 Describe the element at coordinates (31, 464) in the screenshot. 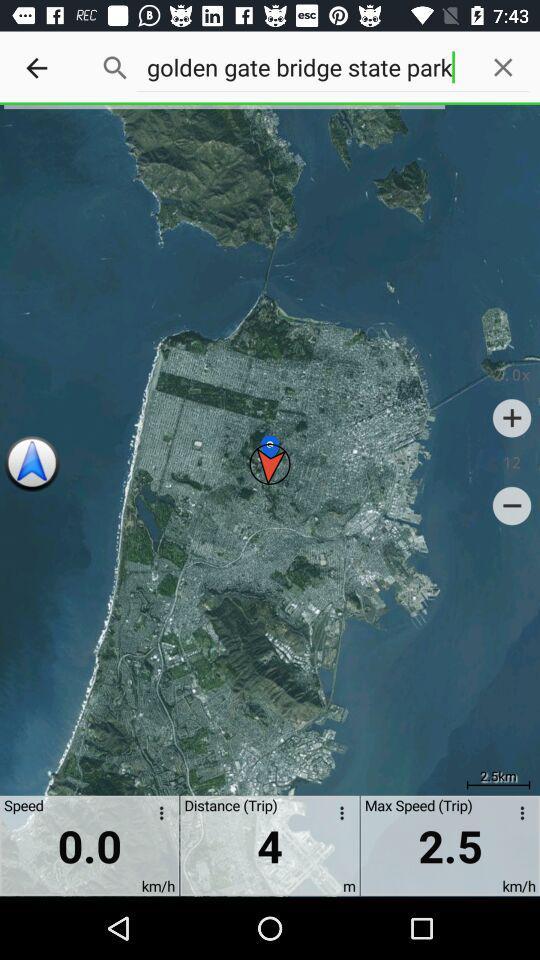

I see `the navigation icon` at that location.